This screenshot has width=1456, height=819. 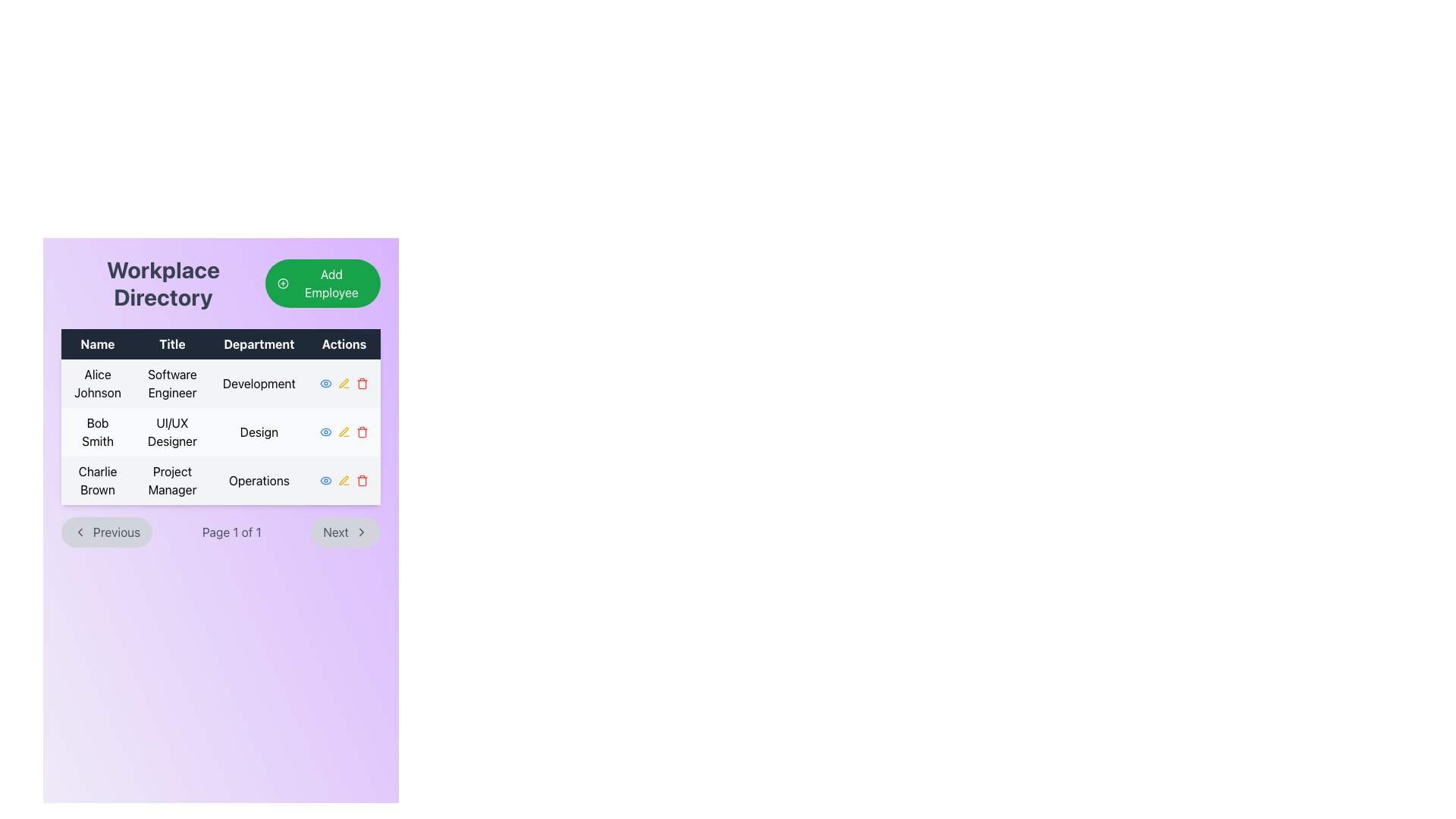 I want to click on the red trash bin icon located in the 'Actions' column of the second row corresponding to user 'Bob Smith', so click(x=361, y=382).